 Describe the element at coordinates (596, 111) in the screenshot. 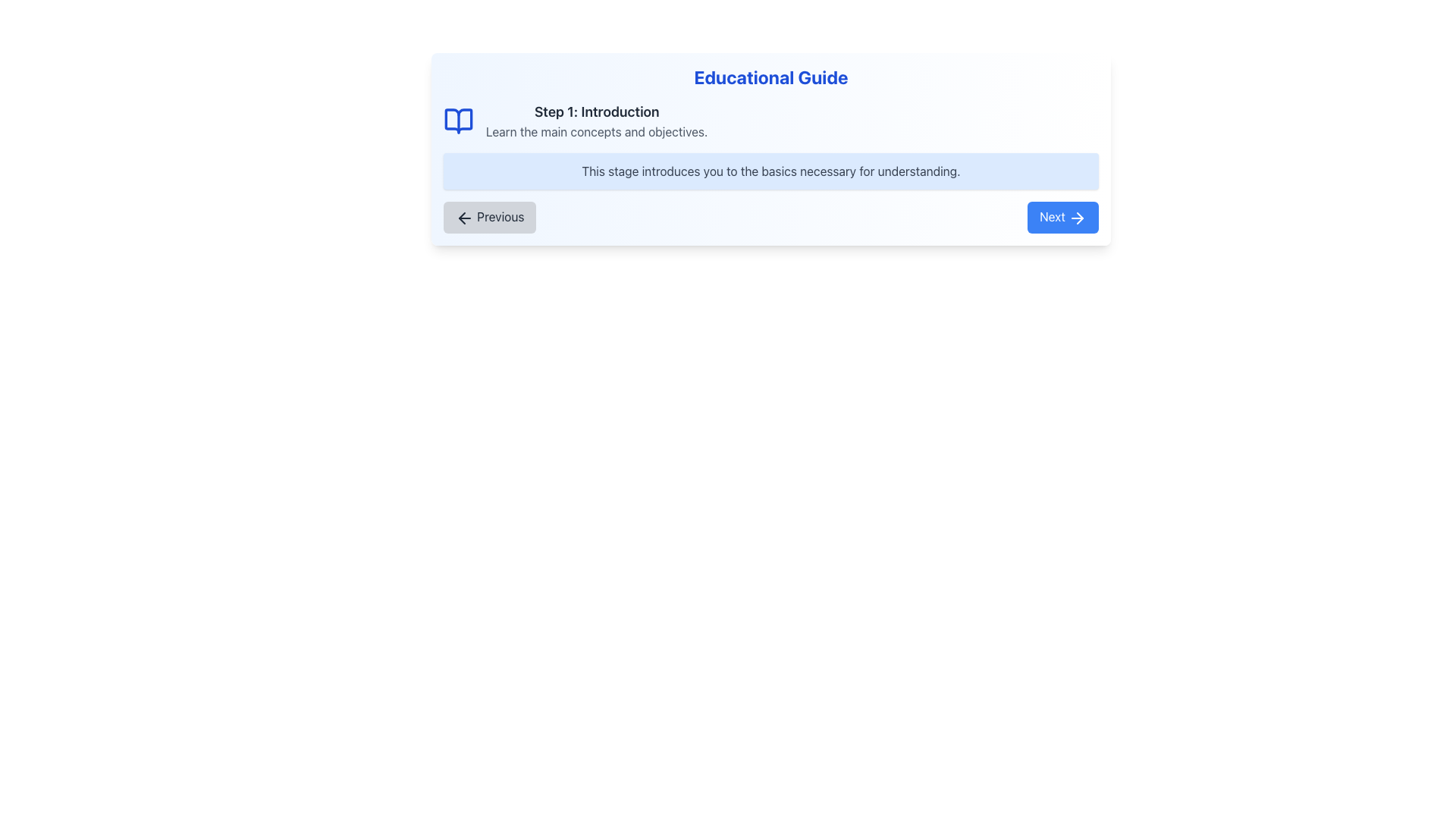

I see `the Static Text Label that serves as a heading for the current section, located above the supporting description and below the title 'Educational Guide'` at that location.